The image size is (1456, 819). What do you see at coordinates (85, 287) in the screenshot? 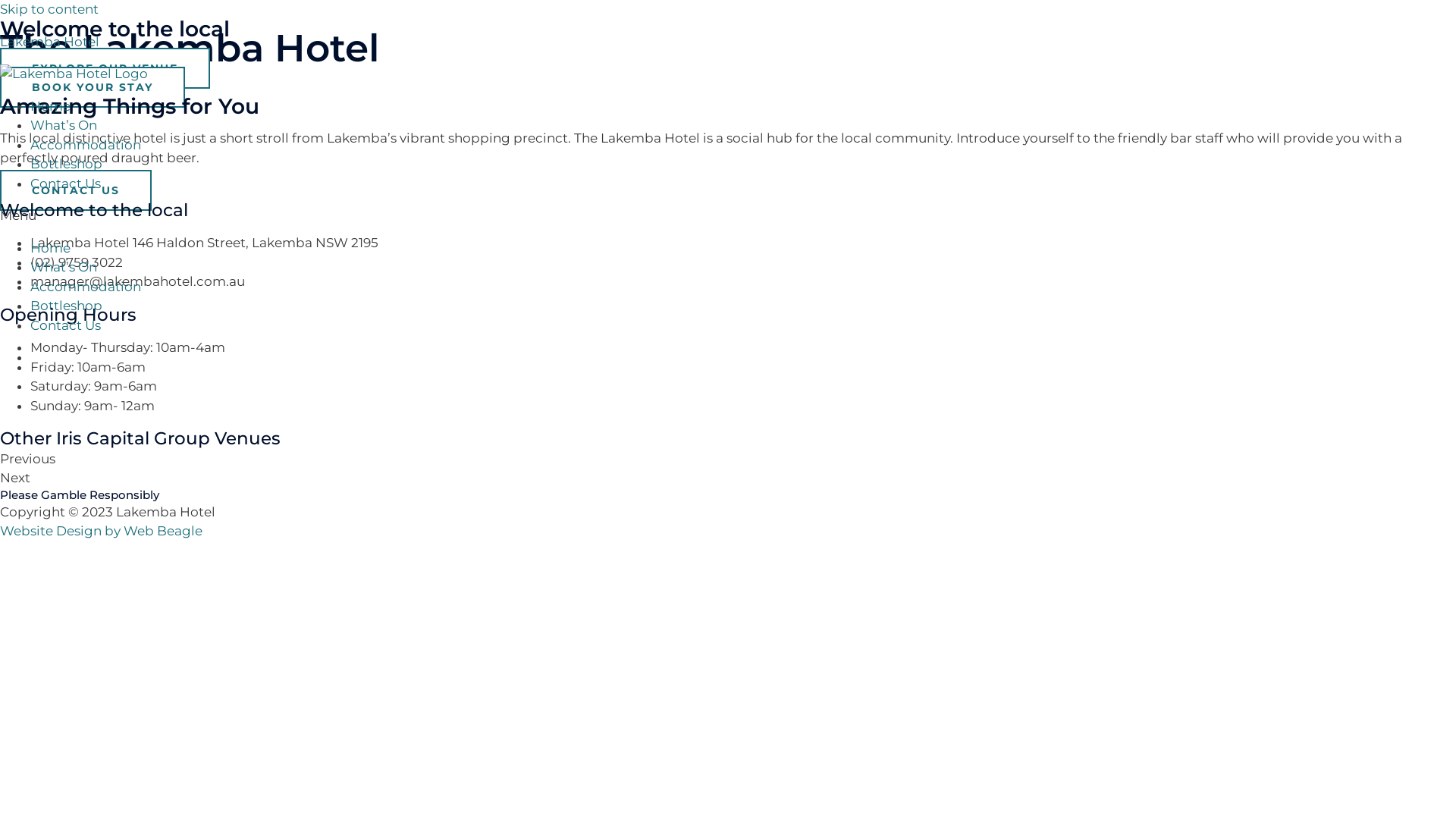
I see `'Accommodation'` at bounding box center [85, 287].